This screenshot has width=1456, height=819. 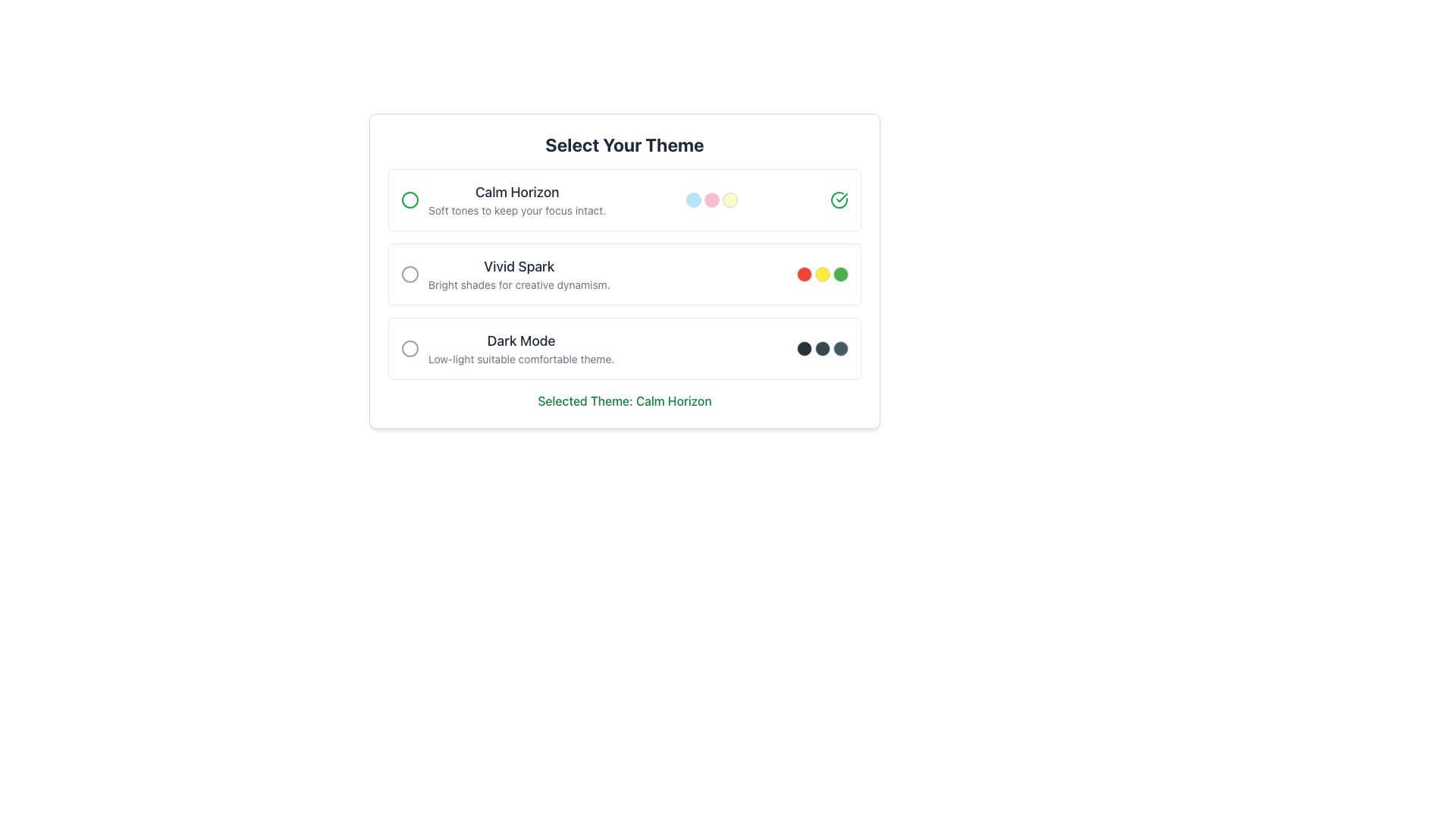 I want to click on the third circular UI indicator related to the 'Calm Horizon' theme in the 'Select Your Theme' section, so click(x=730, y=199).